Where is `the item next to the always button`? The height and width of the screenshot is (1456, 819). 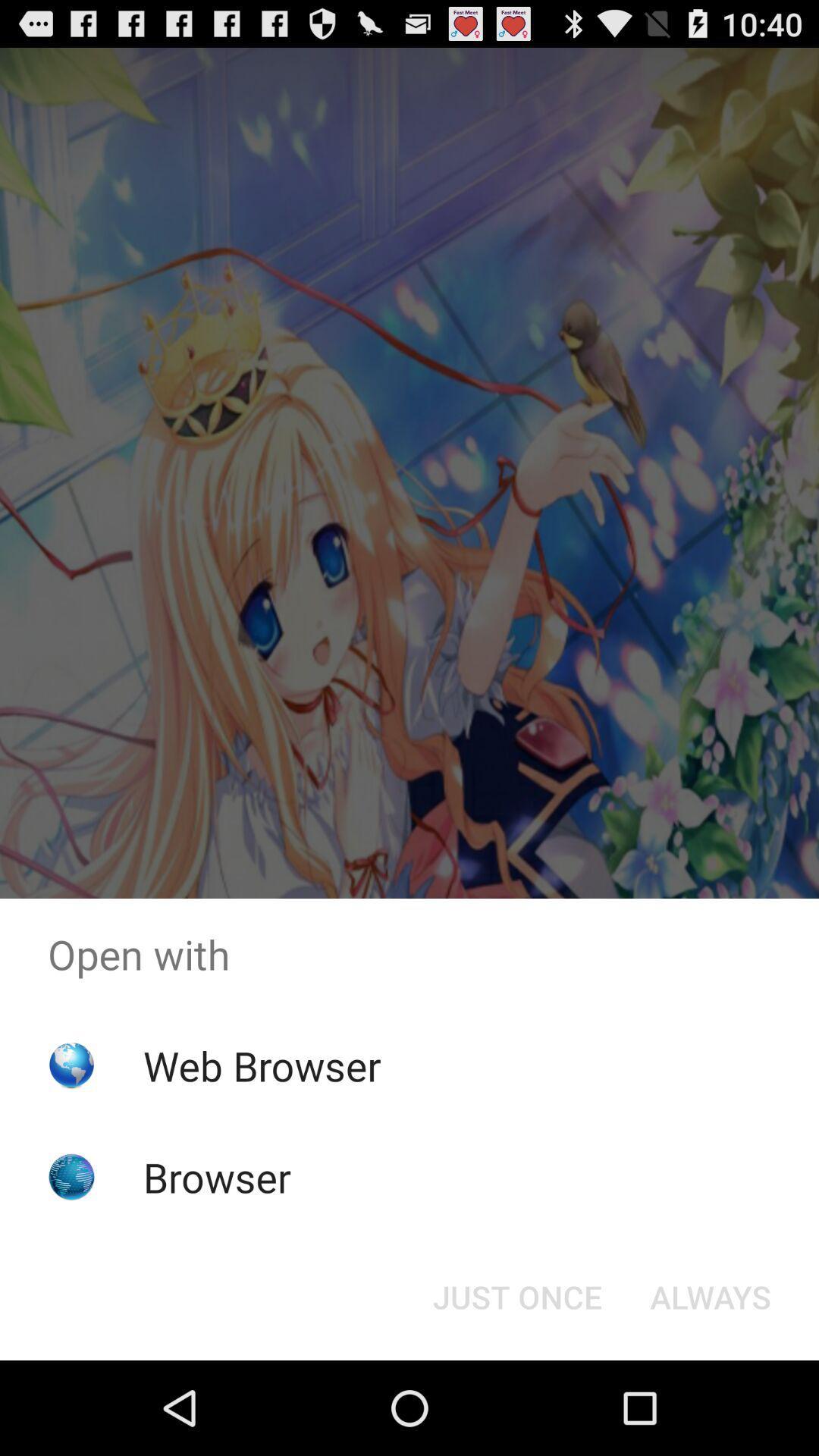 the item next to the always button is located at coordinates (516, 1295).